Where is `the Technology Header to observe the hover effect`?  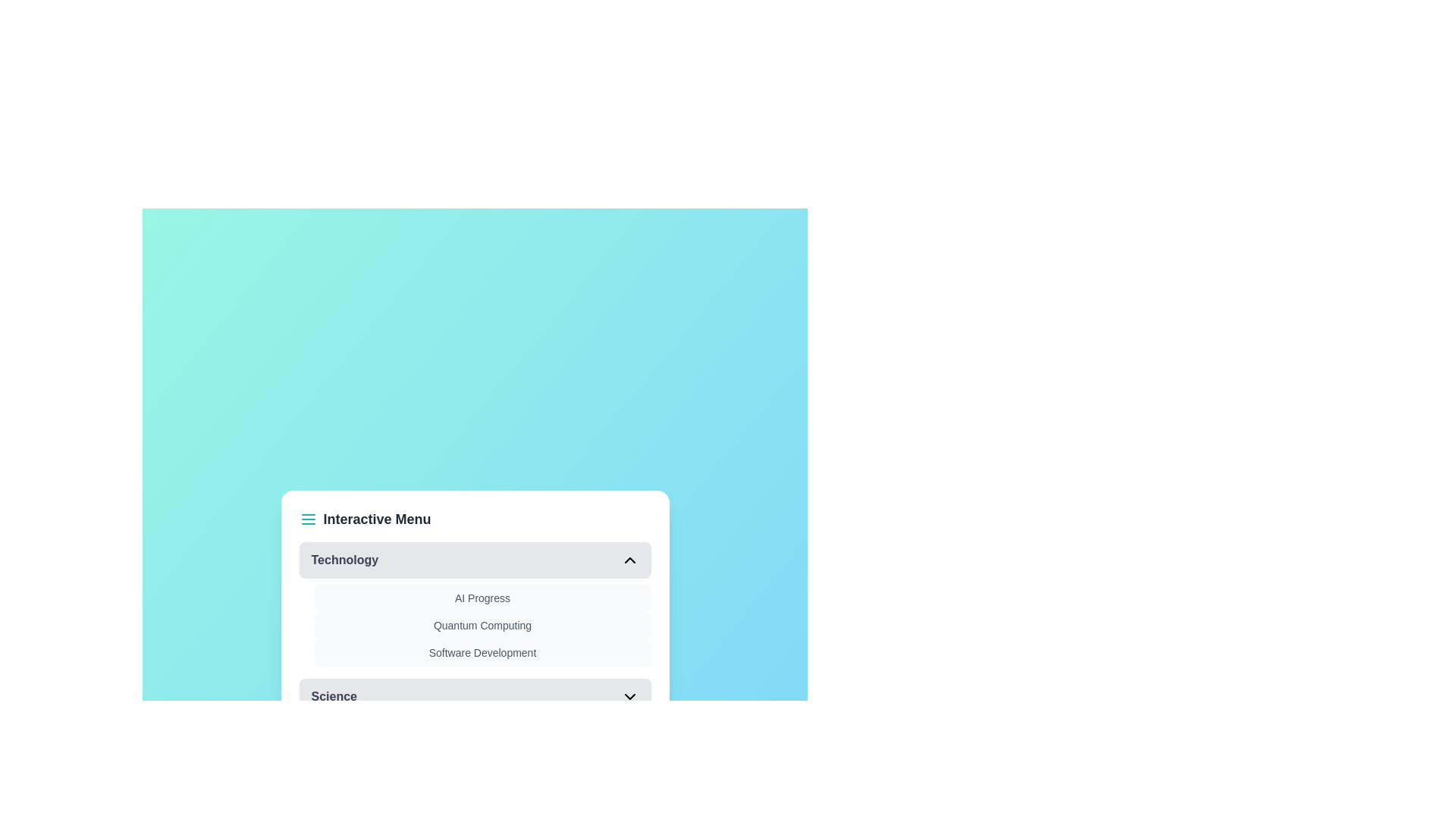 the Technology Header to observe the hover effect is located at coordinates (474, 560).